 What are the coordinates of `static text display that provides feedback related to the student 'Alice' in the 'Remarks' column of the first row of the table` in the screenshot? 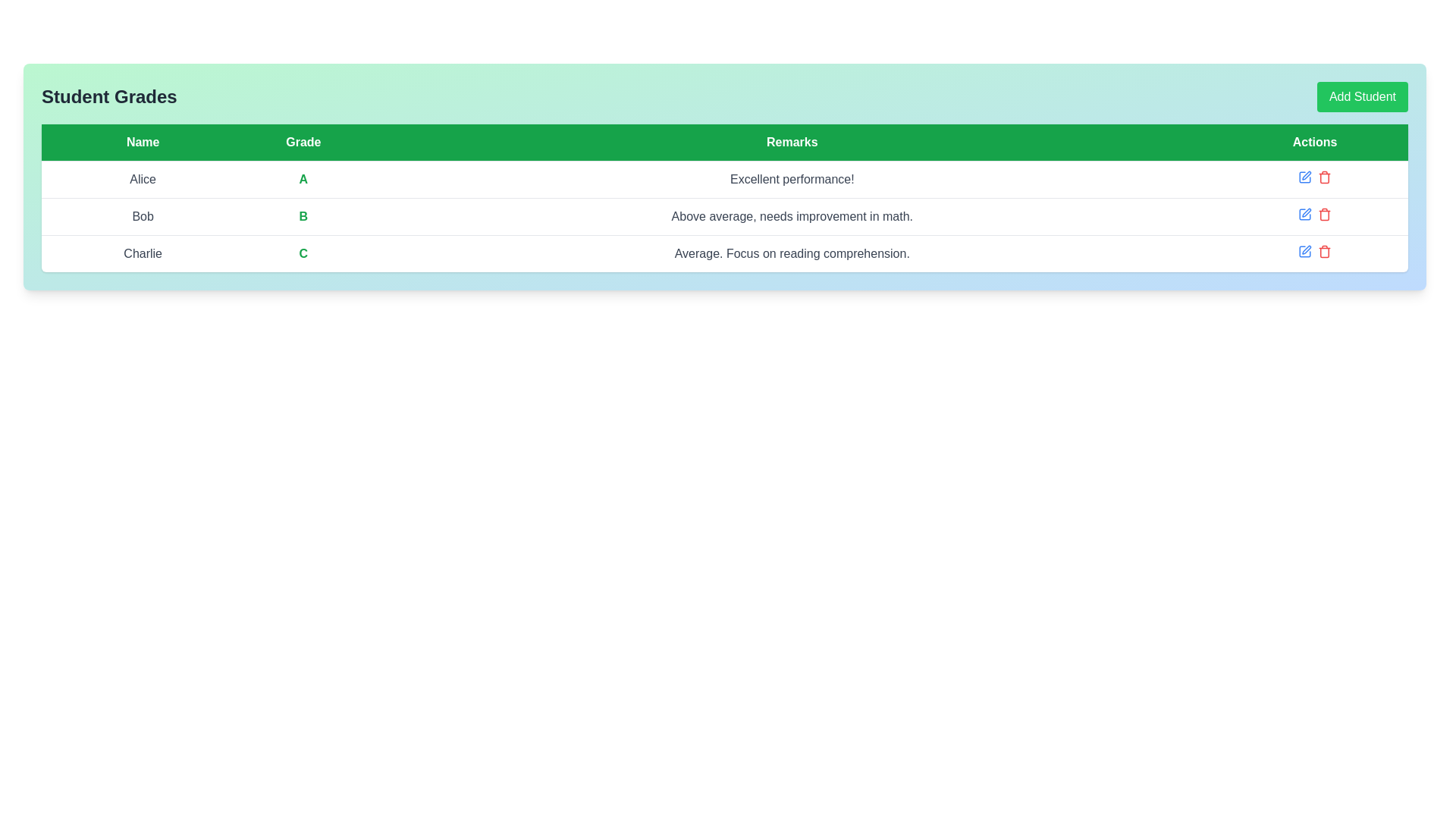 It's located at (791, 178).